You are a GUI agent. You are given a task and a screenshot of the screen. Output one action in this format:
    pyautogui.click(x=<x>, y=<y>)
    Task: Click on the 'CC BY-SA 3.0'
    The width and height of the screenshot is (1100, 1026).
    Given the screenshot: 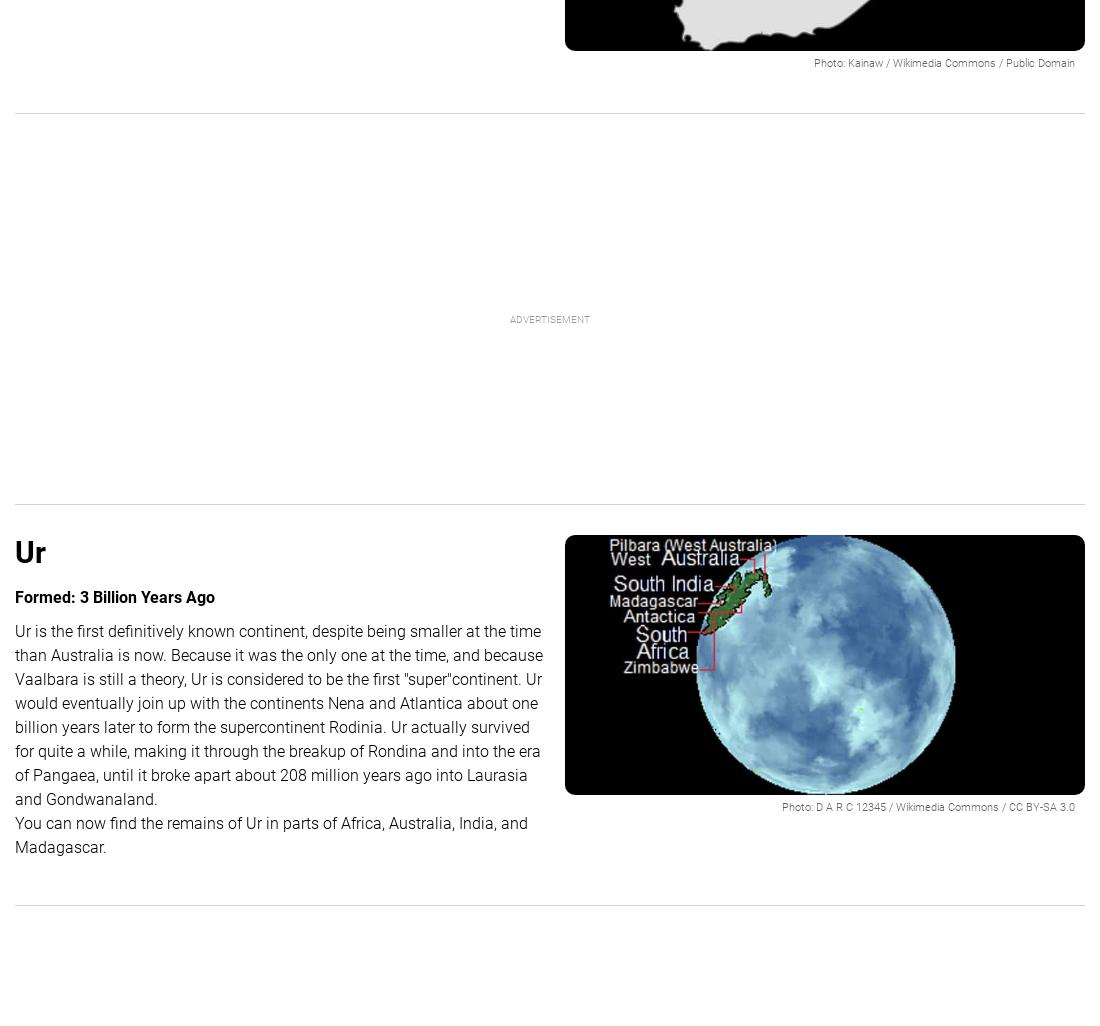 What is the action you would take?
    pyautogui.click(x=1042, y=806)
    